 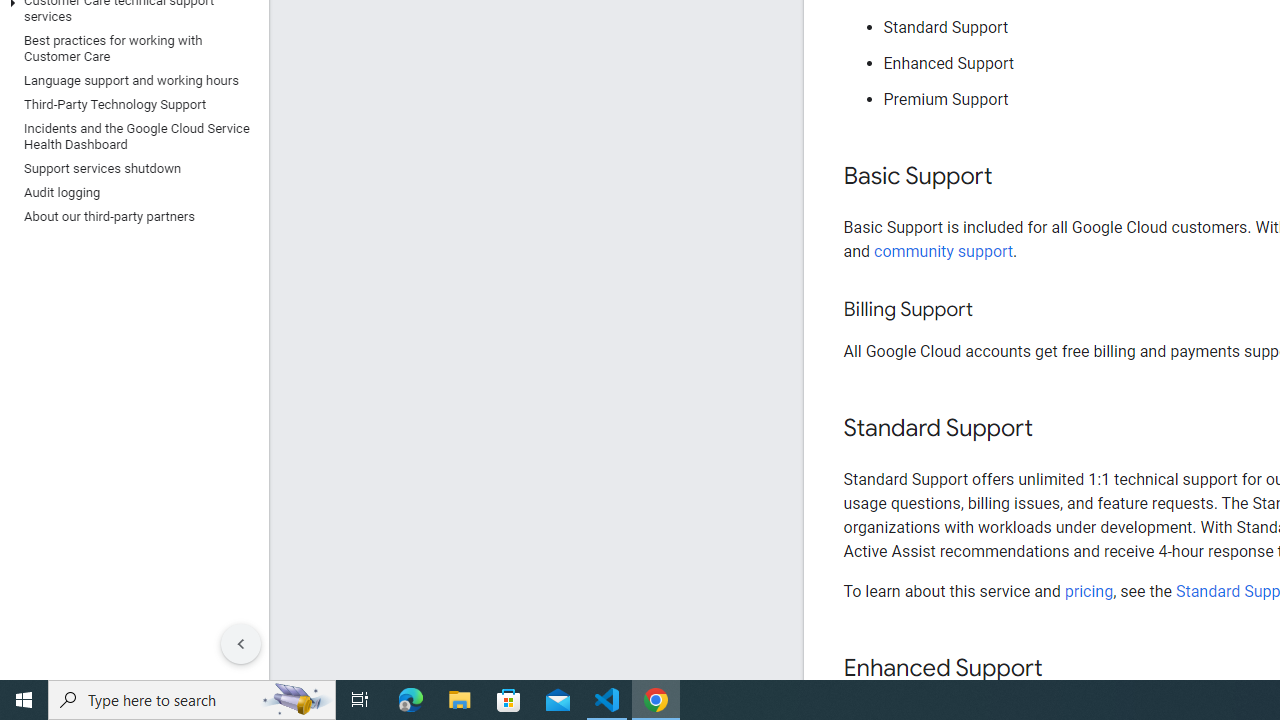 I want to click on 'Third-Party Technology Support', so click(x=129, y=104).